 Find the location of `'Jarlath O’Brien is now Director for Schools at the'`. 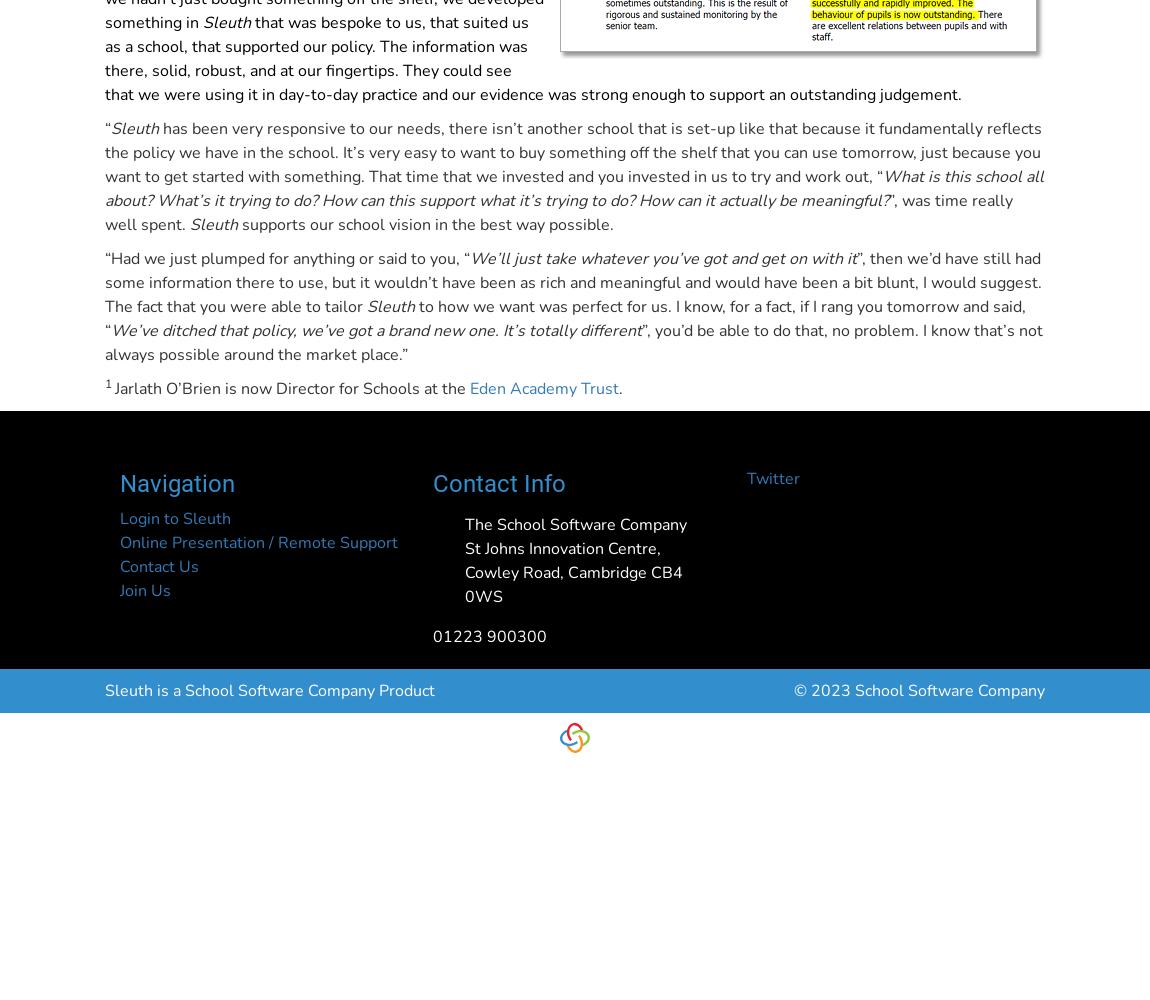

'Jarlath O’Brien is now Director for Schools at the' is located at coordinates (292, 389).